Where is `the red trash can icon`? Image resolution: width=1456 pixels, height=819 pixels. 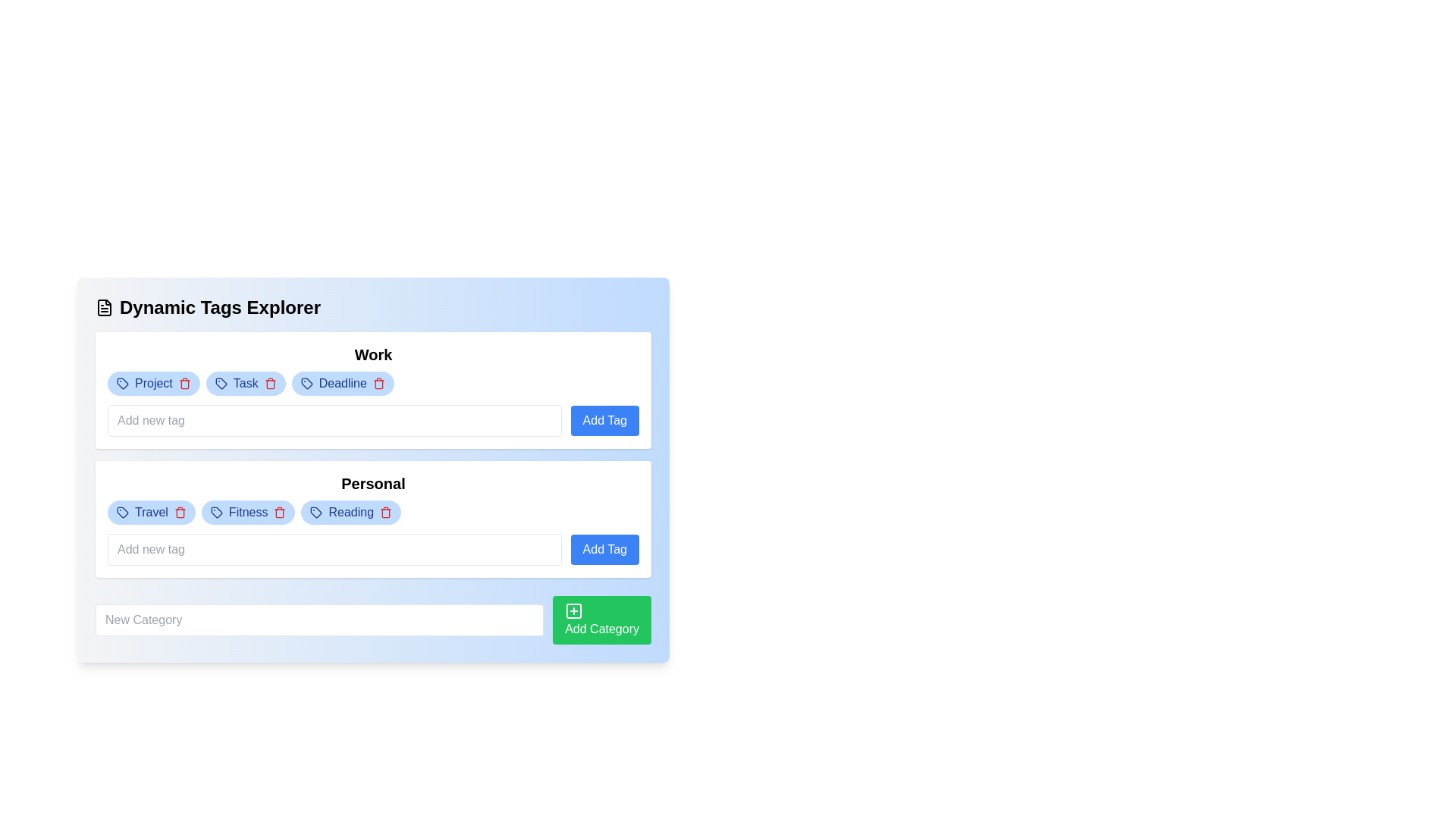
the red trash can icon is located at coordinates (270, 384).